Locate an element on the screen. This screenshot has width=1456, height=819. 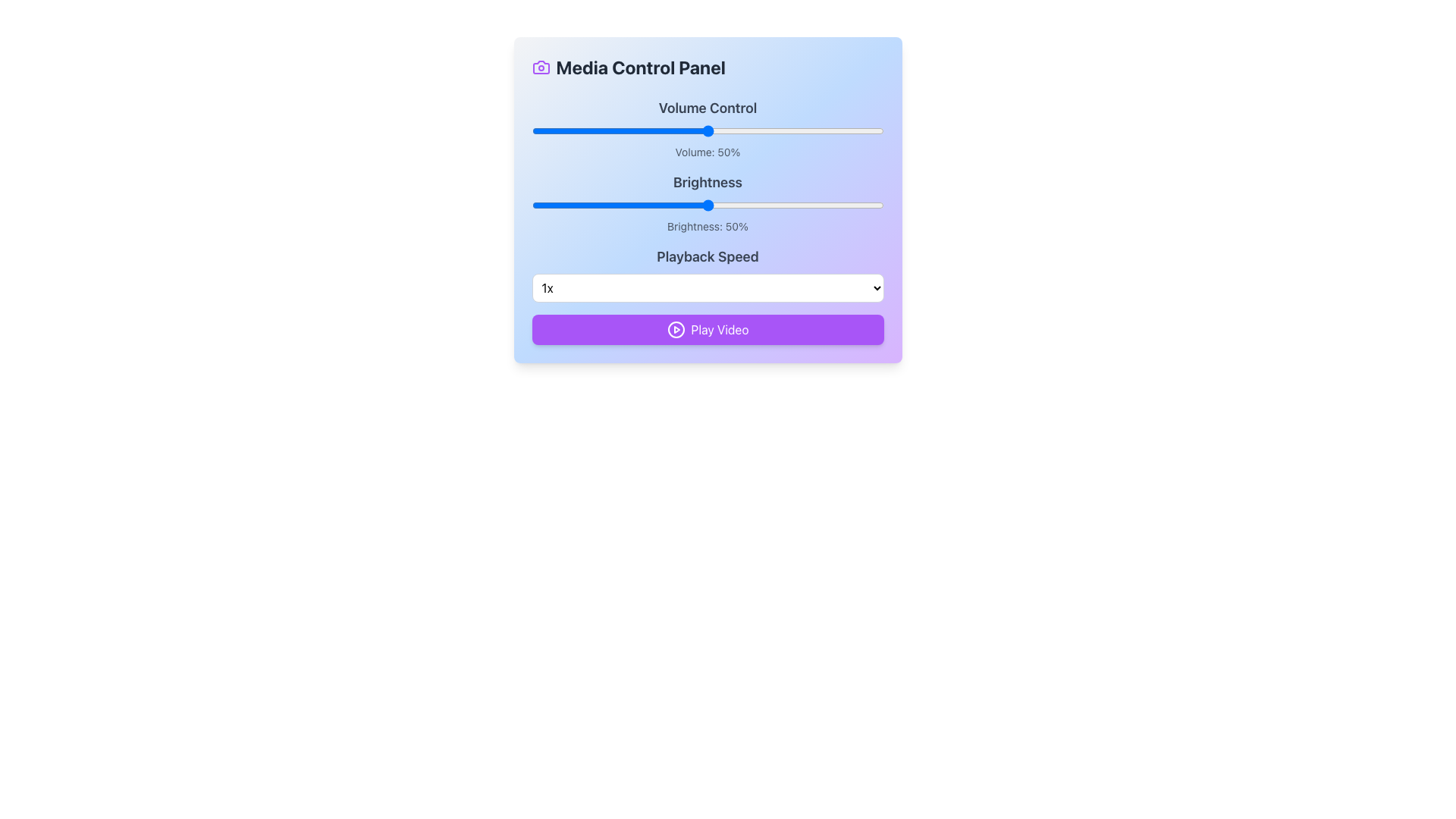
the volume is located at coordinates (591, 130).